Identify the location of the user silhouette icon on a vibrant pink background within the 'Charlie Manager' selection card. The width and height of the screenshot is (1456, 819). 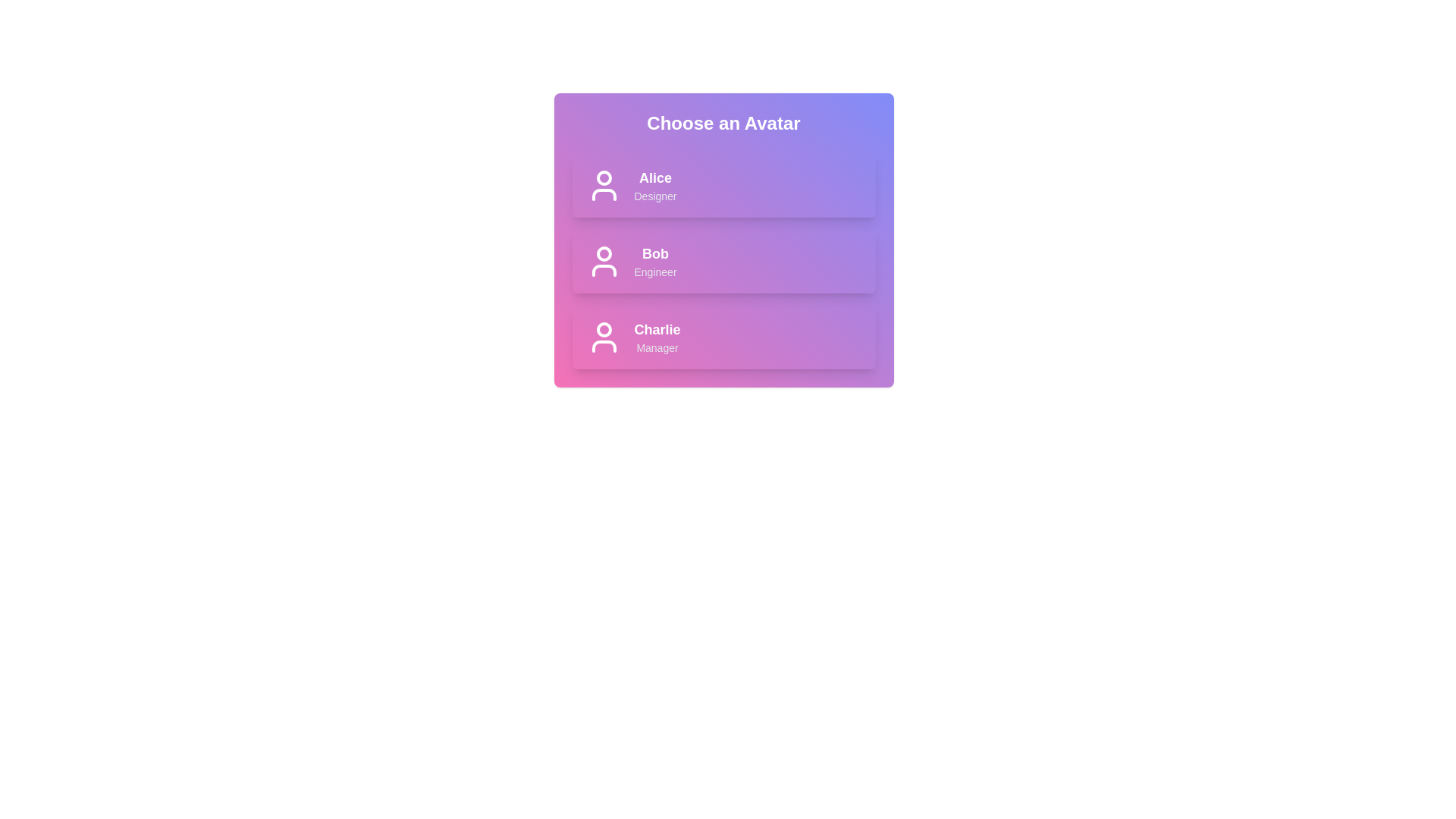
(603, 336).